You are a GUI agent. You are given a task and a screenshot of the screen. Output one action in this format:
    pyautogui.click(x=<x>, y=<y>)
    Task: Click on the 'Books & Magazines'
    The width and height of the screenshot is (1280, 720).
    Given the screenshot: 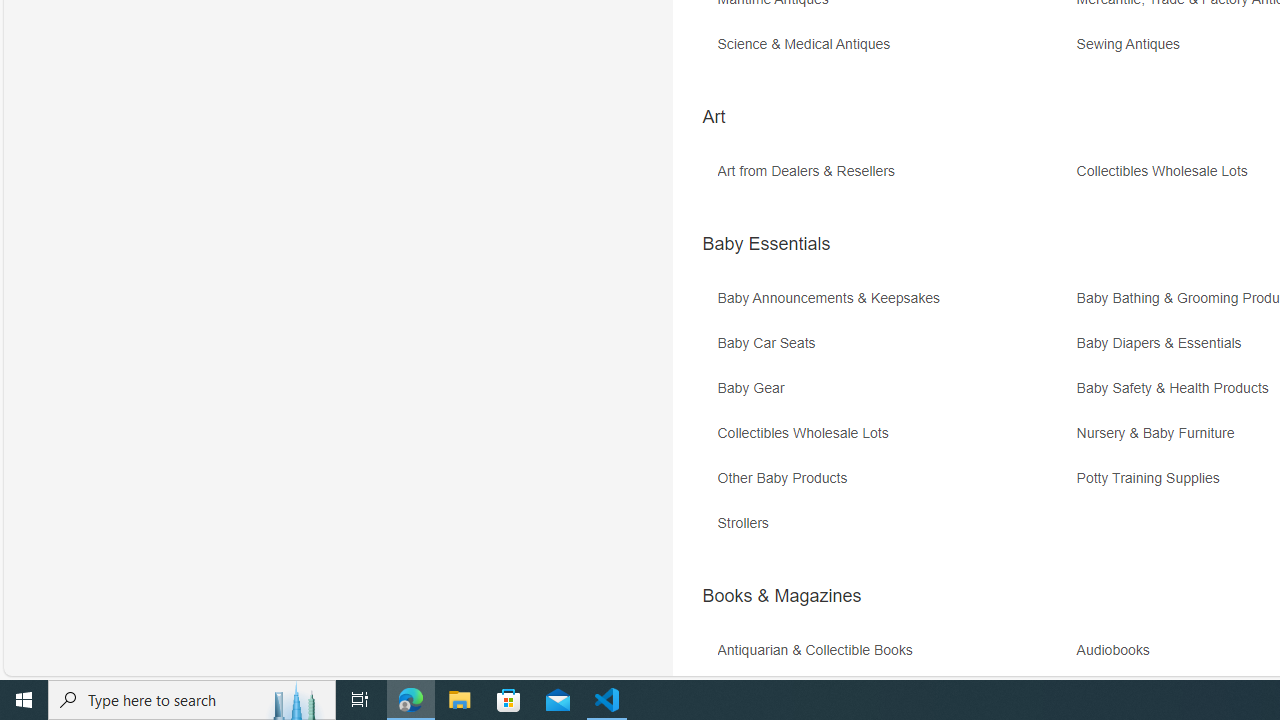 What is the action you would take?
    pyautogui.click(x=780, y=595)
    